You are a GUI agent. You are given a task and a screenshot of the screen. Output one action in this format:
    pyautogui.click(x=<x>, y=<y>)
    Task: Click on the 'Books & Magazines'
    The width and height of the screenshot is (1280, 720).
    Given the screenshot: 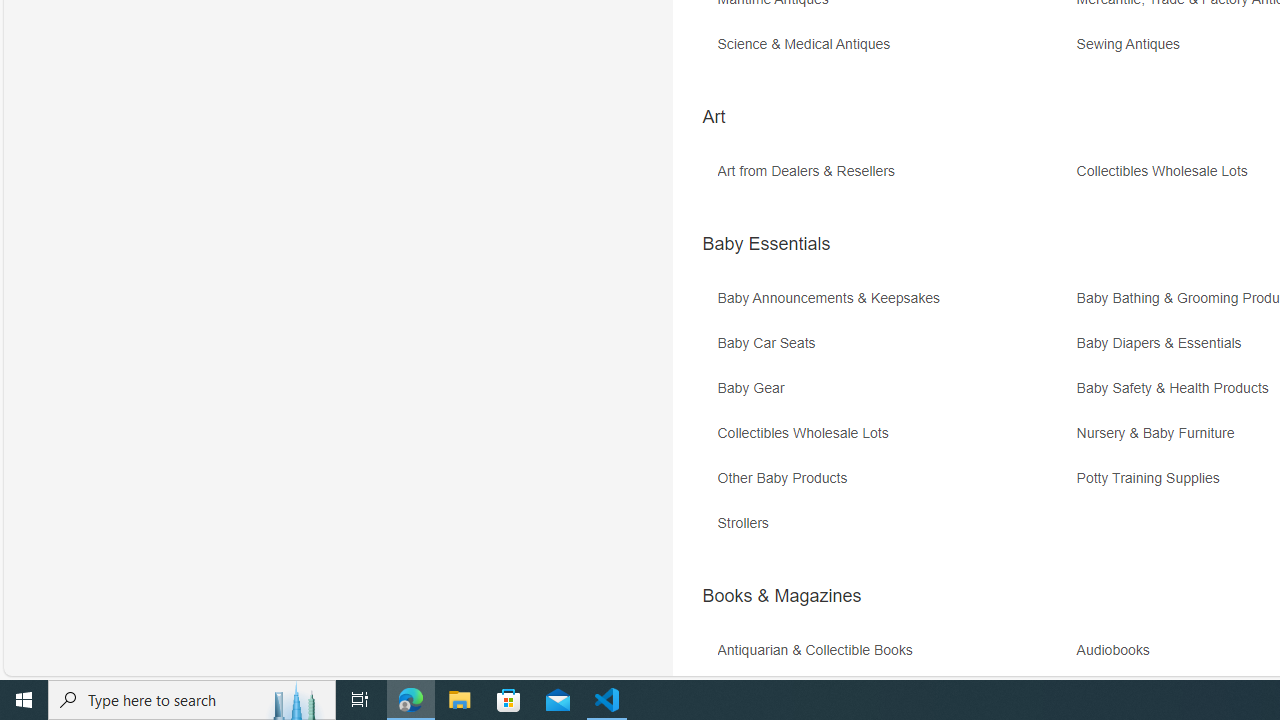 What is the action you would take?
    pyautogui.click(x=780, y=595)
    